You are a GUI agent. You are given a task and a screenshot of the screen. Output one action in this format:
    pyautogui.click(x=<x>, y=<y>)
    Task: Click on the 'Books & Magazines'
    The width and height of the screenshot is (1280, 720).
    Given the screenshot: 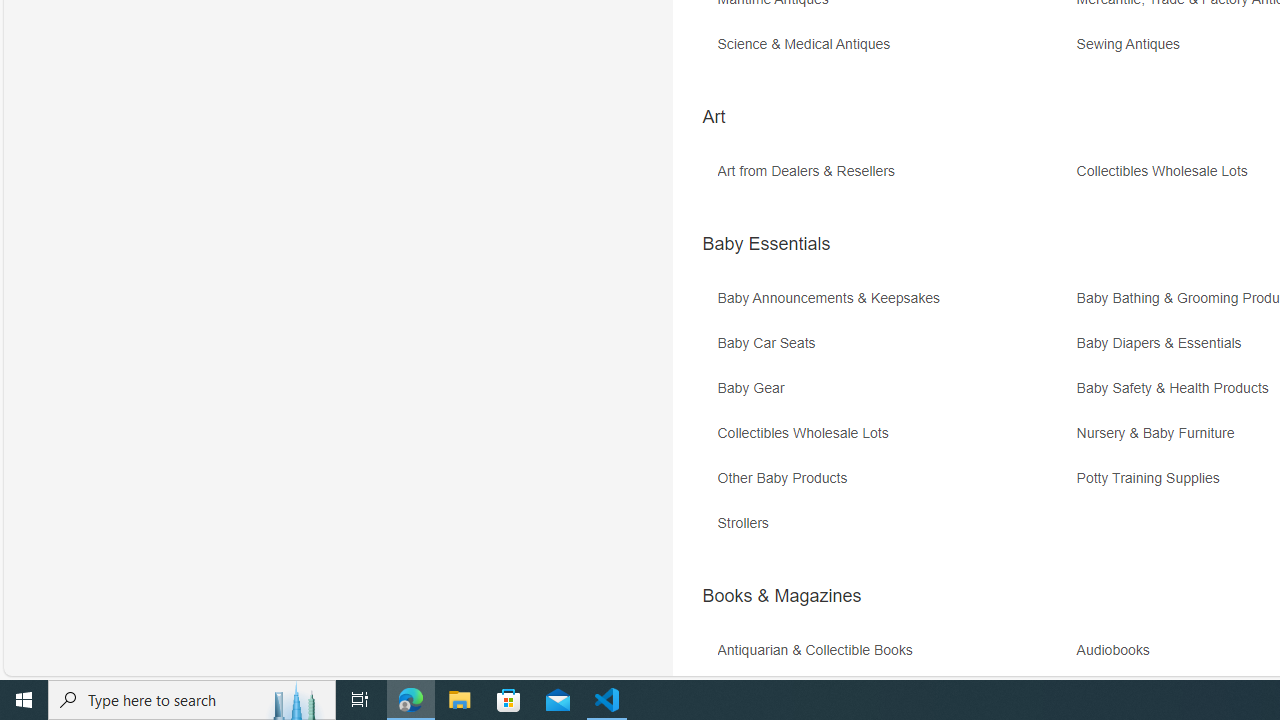 What is the action you would take?
    pyautogui.click(x=780, y=595)
    